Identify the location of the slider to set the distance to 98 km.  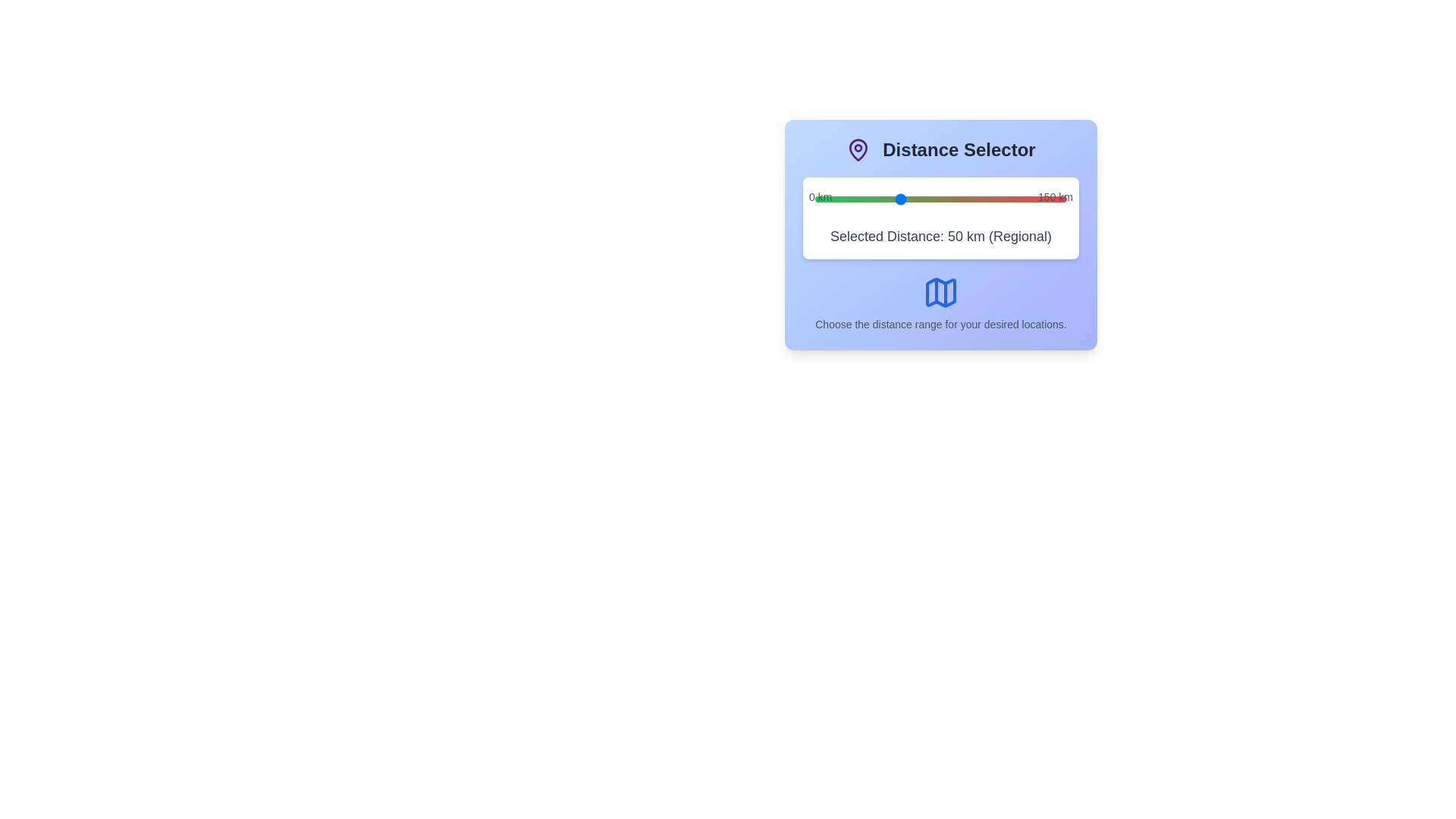
(979, 198).